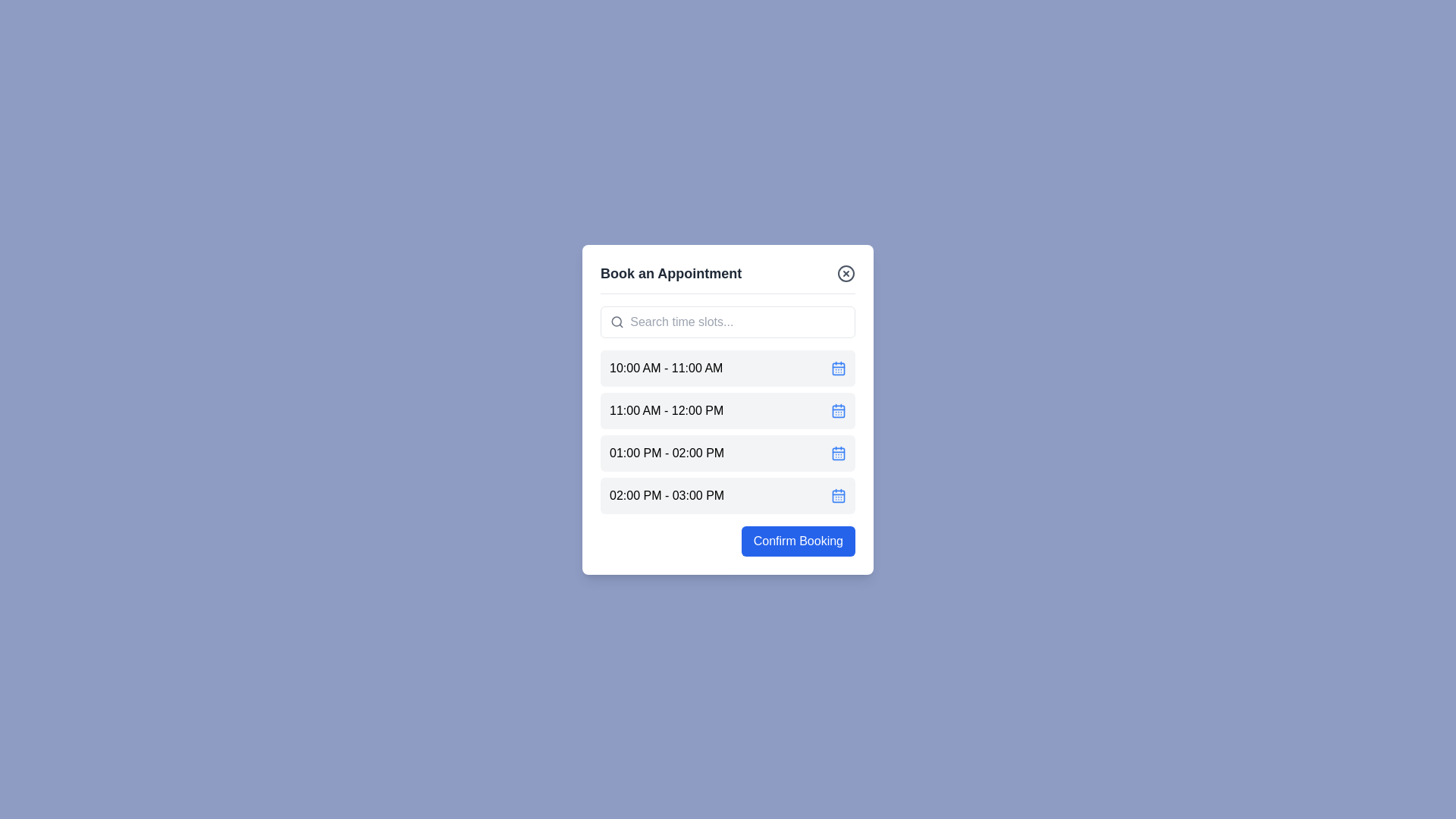 This screenshot has width=1456, height=819. What do you see at coordinates (667, 410) in the screenshot?
I see `the text of the time slot 11:00 AM - 12:00 PM to select it` at bounding box center [667, 410].